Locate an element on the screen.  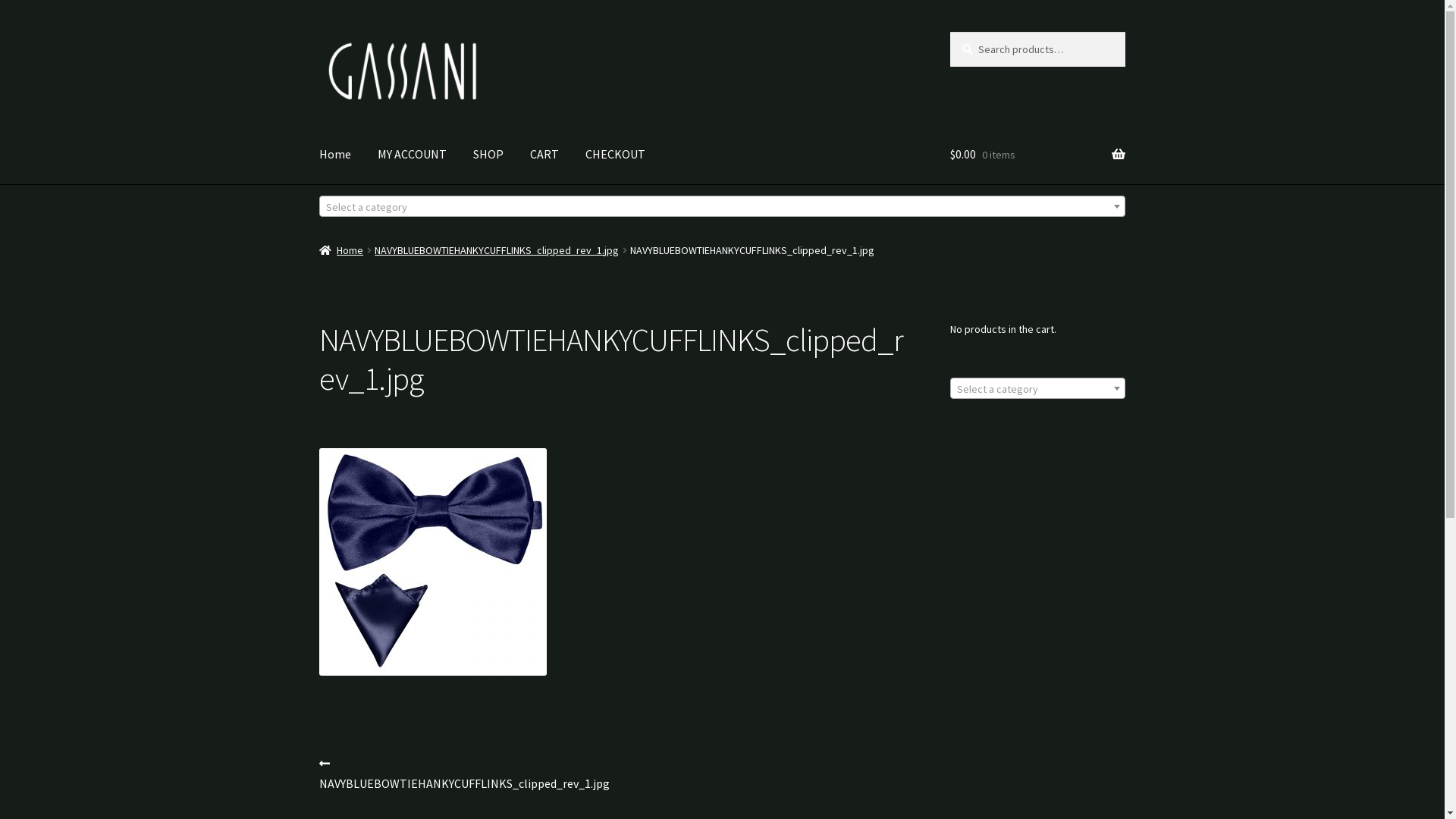
'$0.00 0 items' is located at coordinates (949, 155).